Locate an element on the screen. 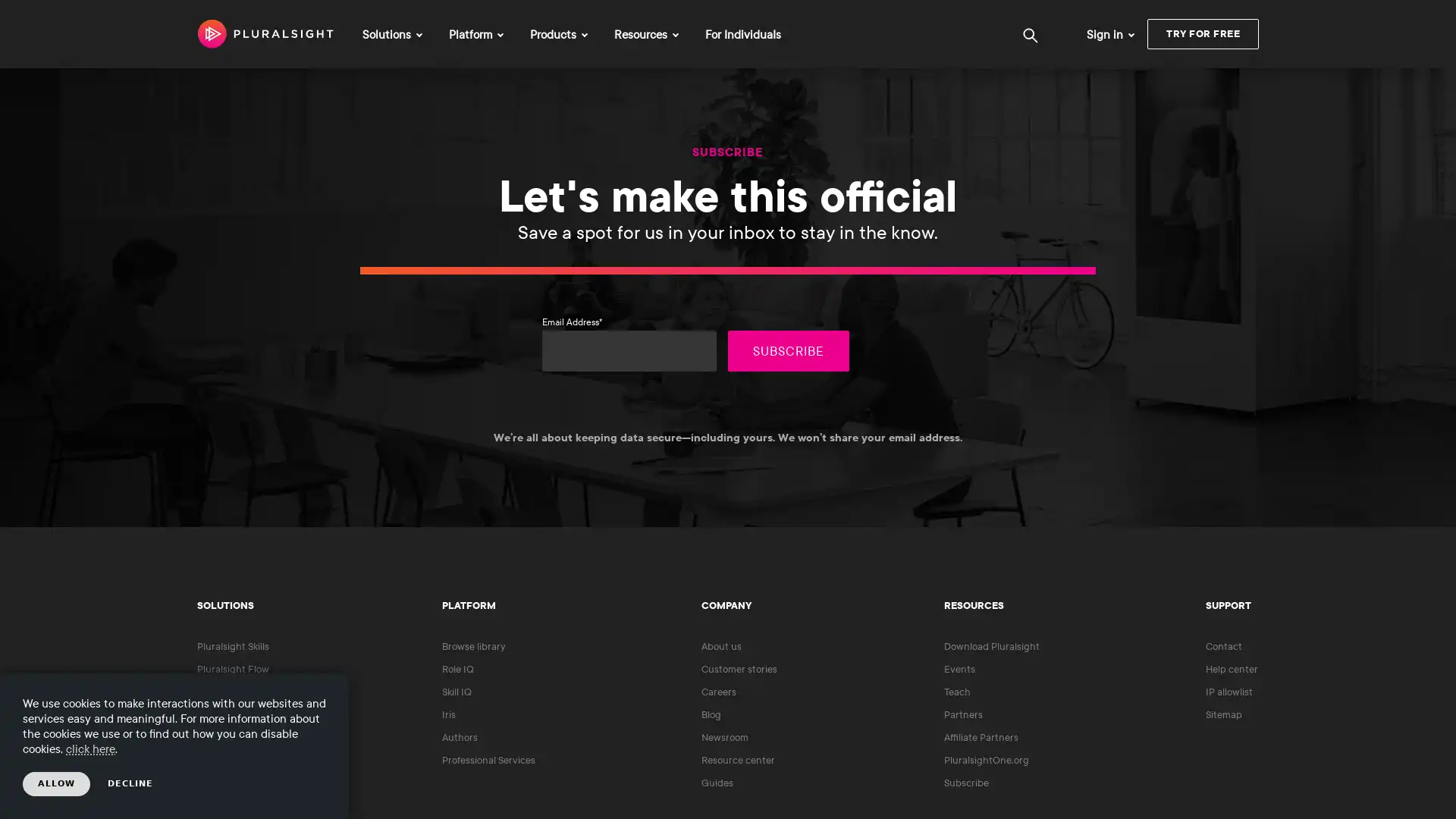 This screenshot has height=819, width=1456. ALLOW is located at coordinates (56, 783).